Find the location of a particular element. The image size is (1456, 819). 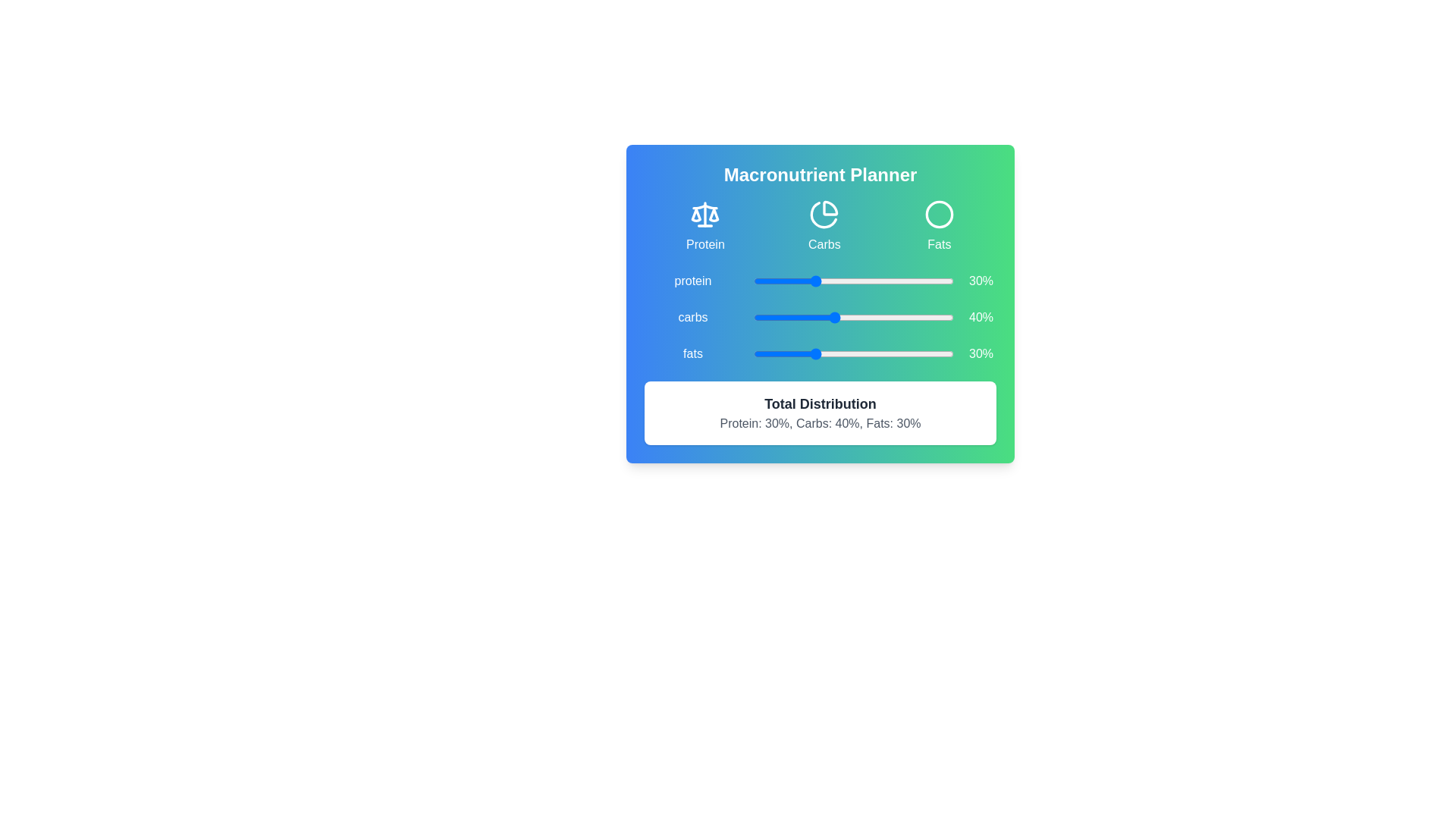

the heading label that indicates the section for distribution data summary, positioned above the text 'Protein: 30%, Carbs: 40%, Fats: 30%' within a white box with rounded corners is located at coordinates (819, 403).